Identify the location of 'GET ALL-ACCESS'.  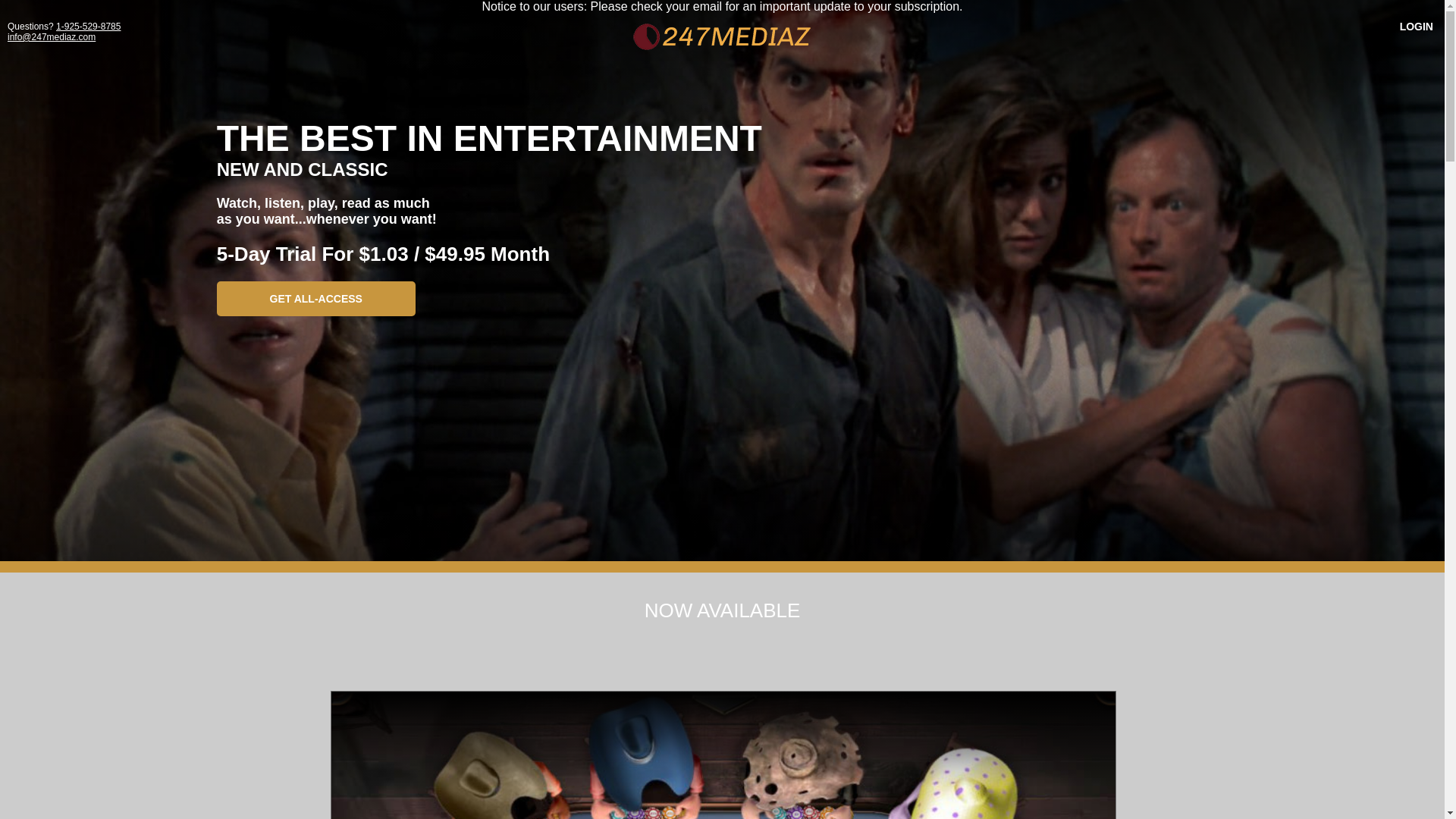
(315, 298).